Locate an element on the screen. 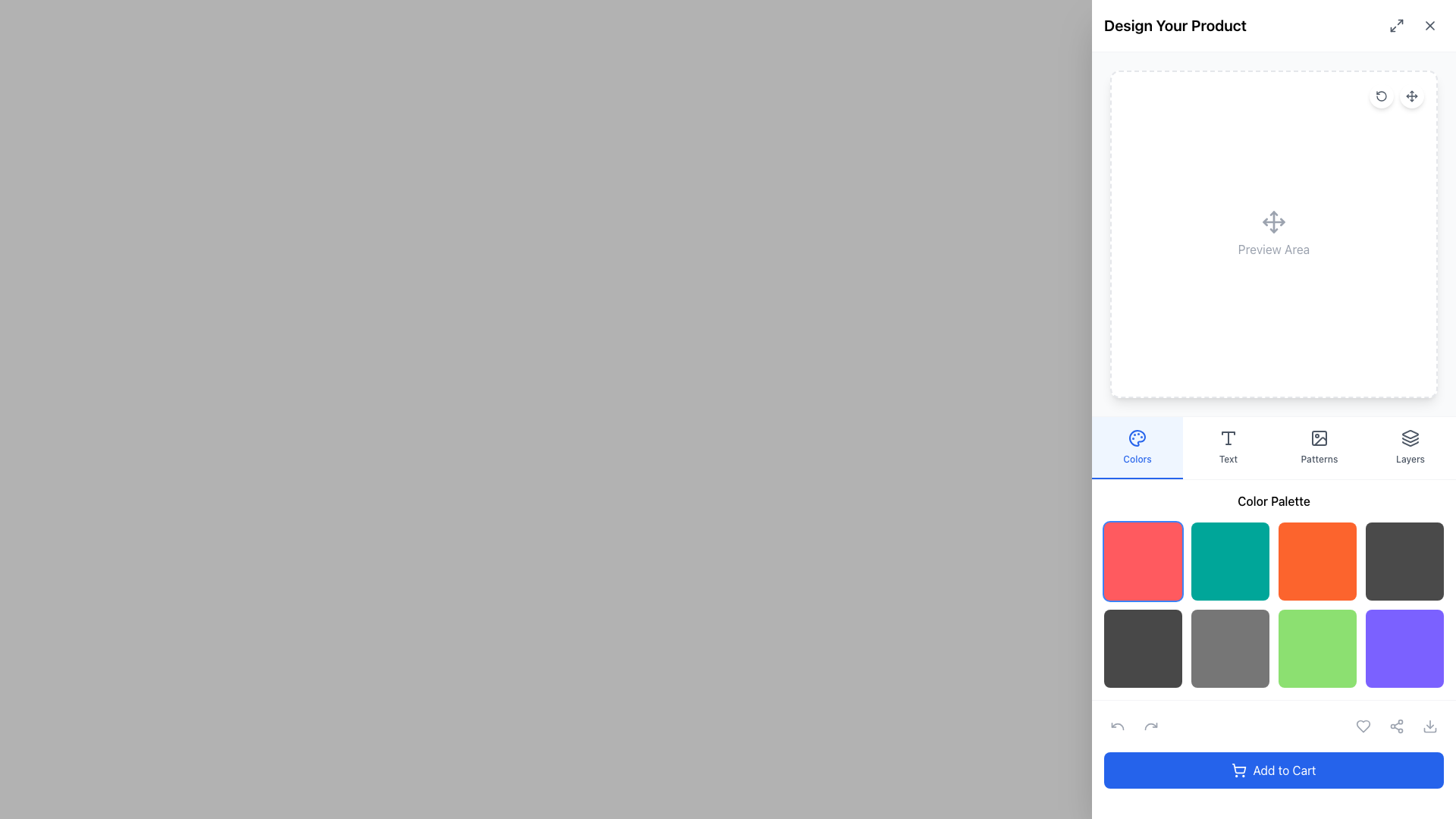 The width and height of the screenshot is (1456, 819). the circular arrow icon button with a gray outline located in the top-right corner of the interface to redo the last action is located at coordinates (1150, 725).